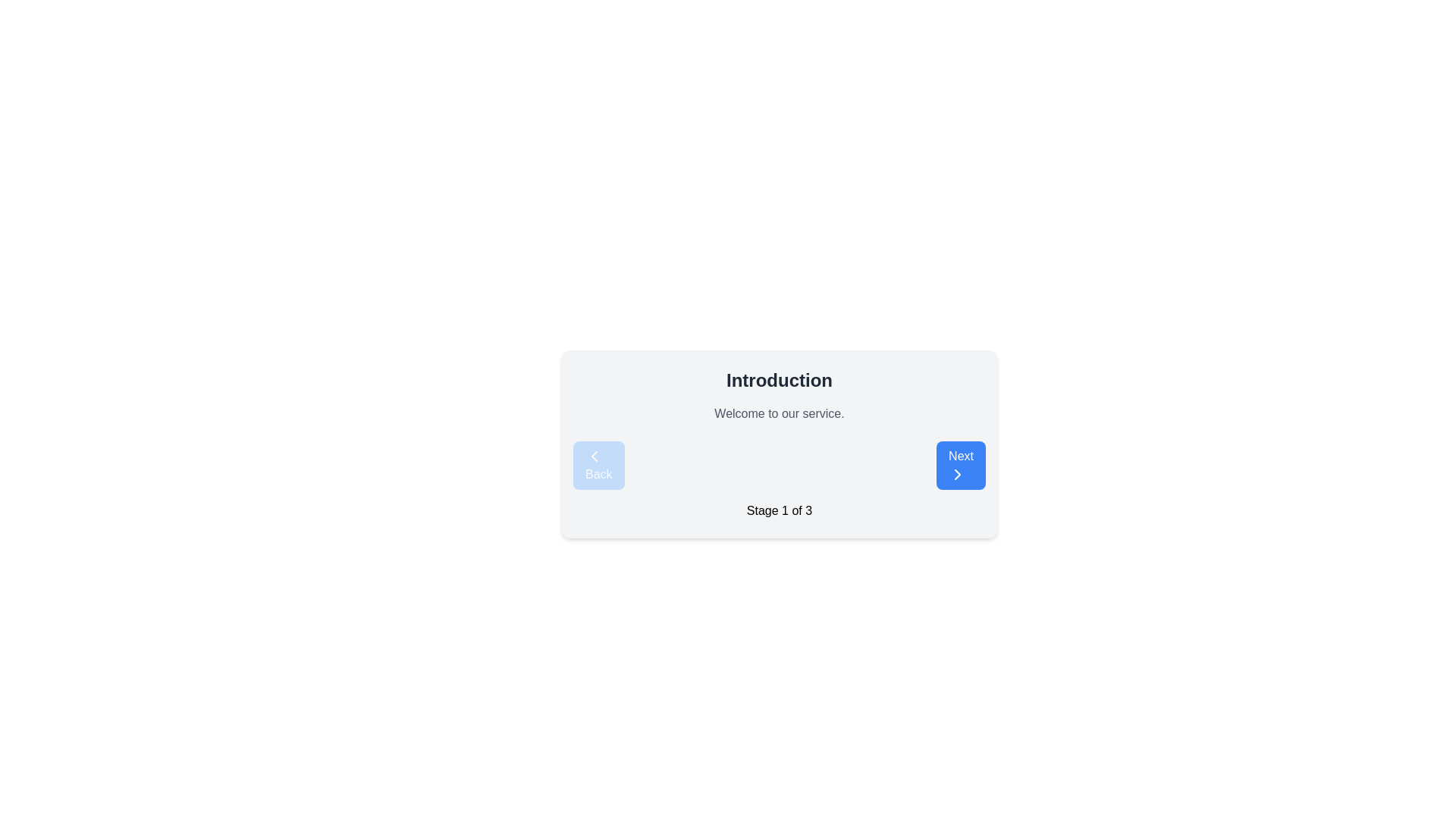 The width and height of the screenshot is (1456, 819). What do you see at coordinates (957, 473) in the screenshot?
I see `the rightward-pointing chevron icon located within the 'Next' button in the navigation interface, positioned at the bottom right of the content` at bounding box center [957, 473].